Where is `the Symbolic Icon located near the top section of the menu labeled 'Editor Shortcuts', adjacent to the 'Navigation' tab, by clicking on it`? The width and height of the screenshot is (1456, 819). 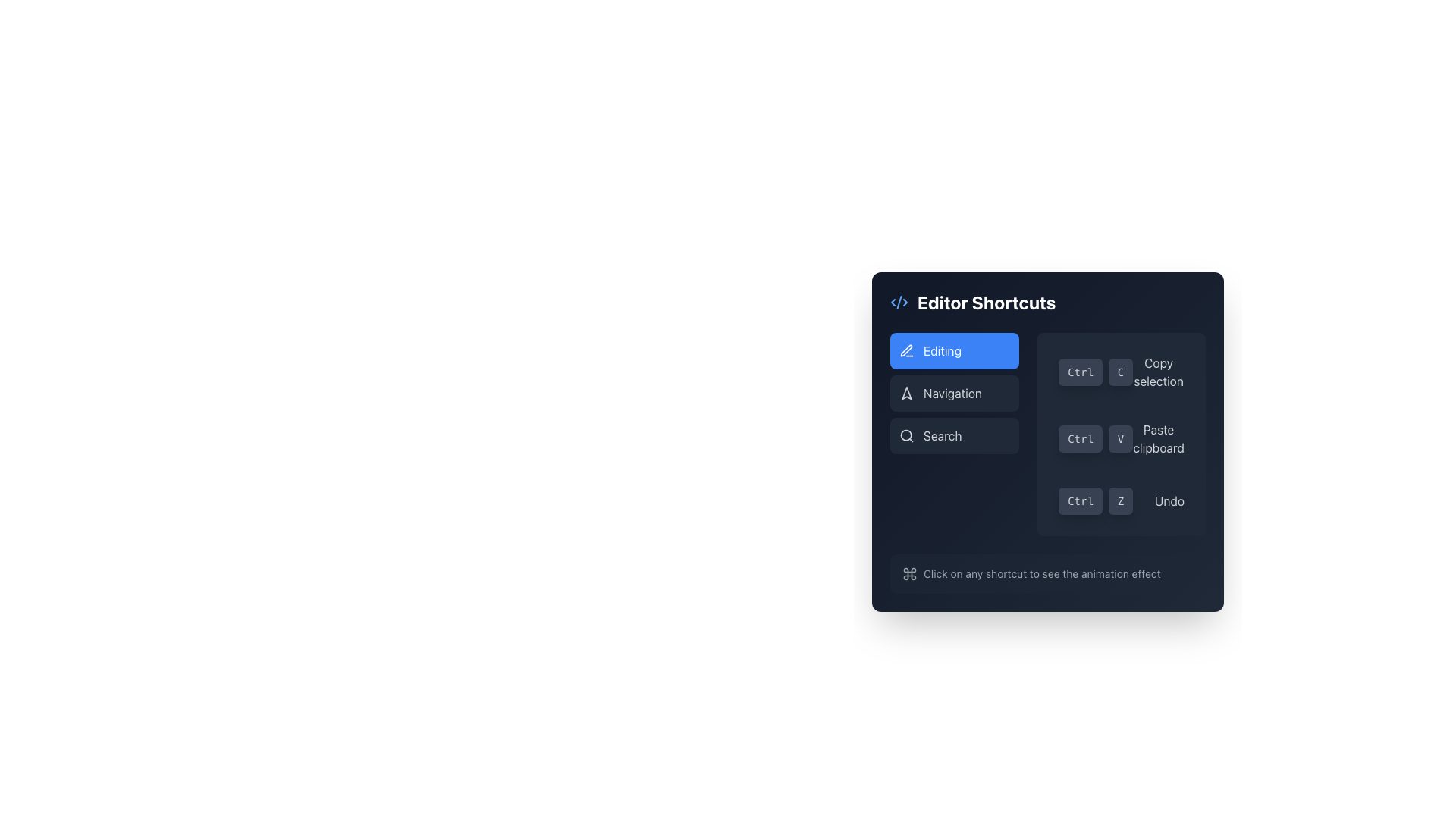
the Symbolic Icon located near the top section of the menu labeled 'Editor Shortcuts', adjacent to the 'Navigation' tab, by clicking on it is located at coordinates (906, 391).